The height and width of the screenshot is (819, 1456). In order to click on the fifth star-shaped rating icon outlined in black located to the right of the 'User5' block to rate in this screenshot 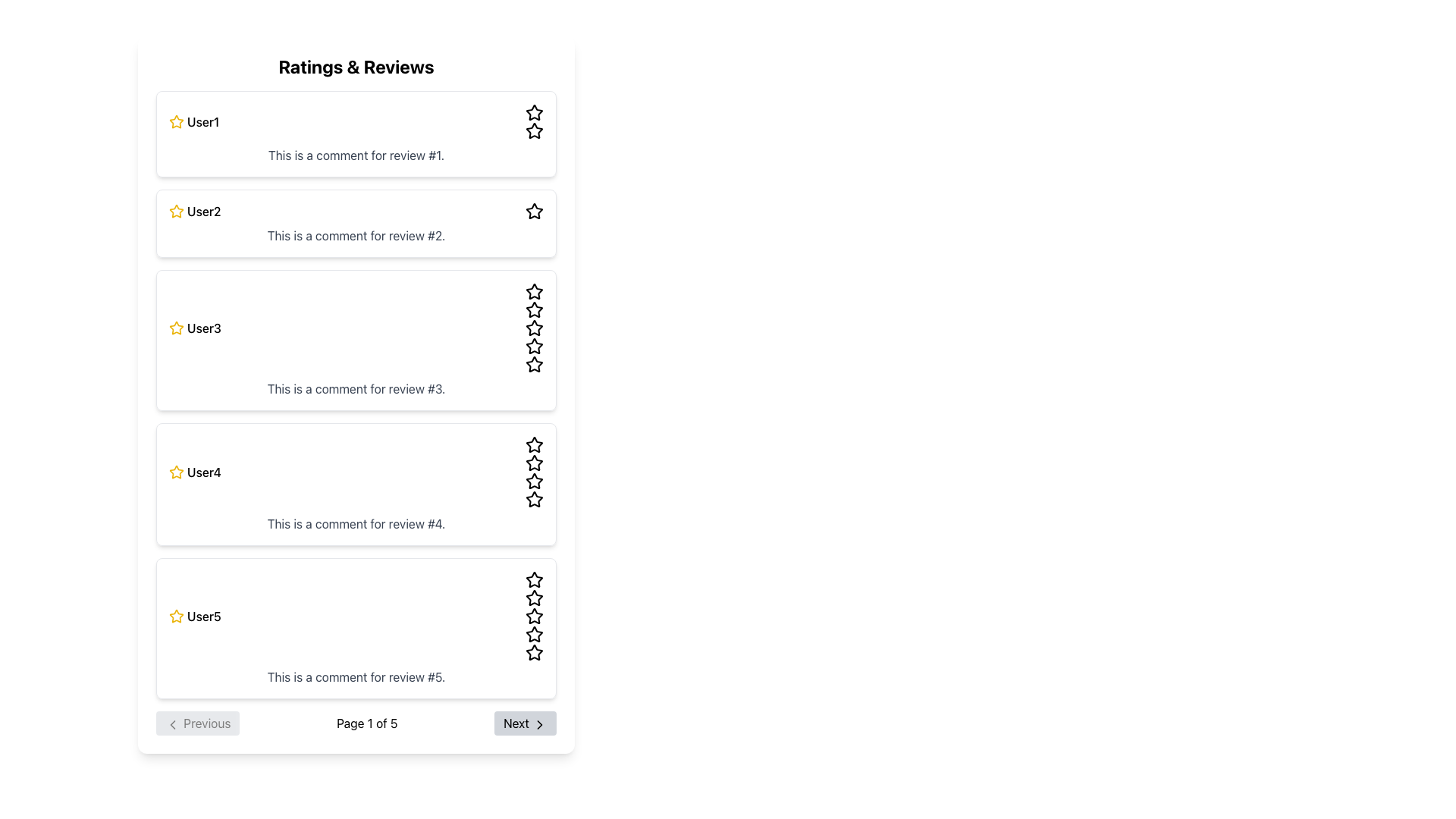, I will do `click(535, 617)`.